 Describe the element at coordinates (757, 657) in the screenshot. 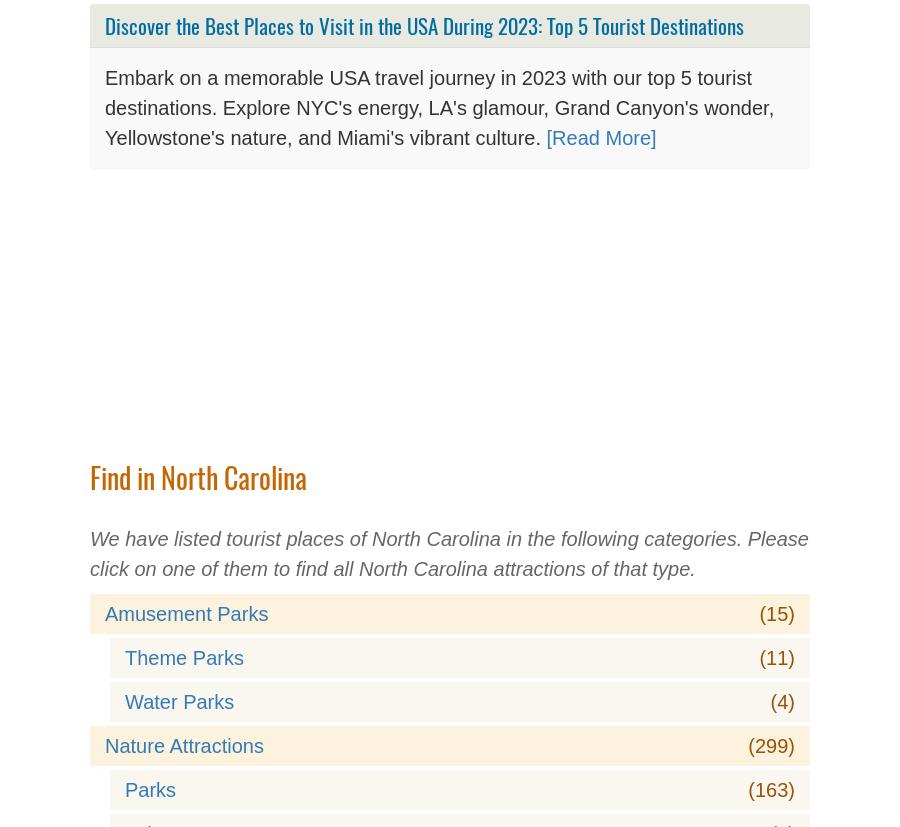

I see `'(11)'` at that location.